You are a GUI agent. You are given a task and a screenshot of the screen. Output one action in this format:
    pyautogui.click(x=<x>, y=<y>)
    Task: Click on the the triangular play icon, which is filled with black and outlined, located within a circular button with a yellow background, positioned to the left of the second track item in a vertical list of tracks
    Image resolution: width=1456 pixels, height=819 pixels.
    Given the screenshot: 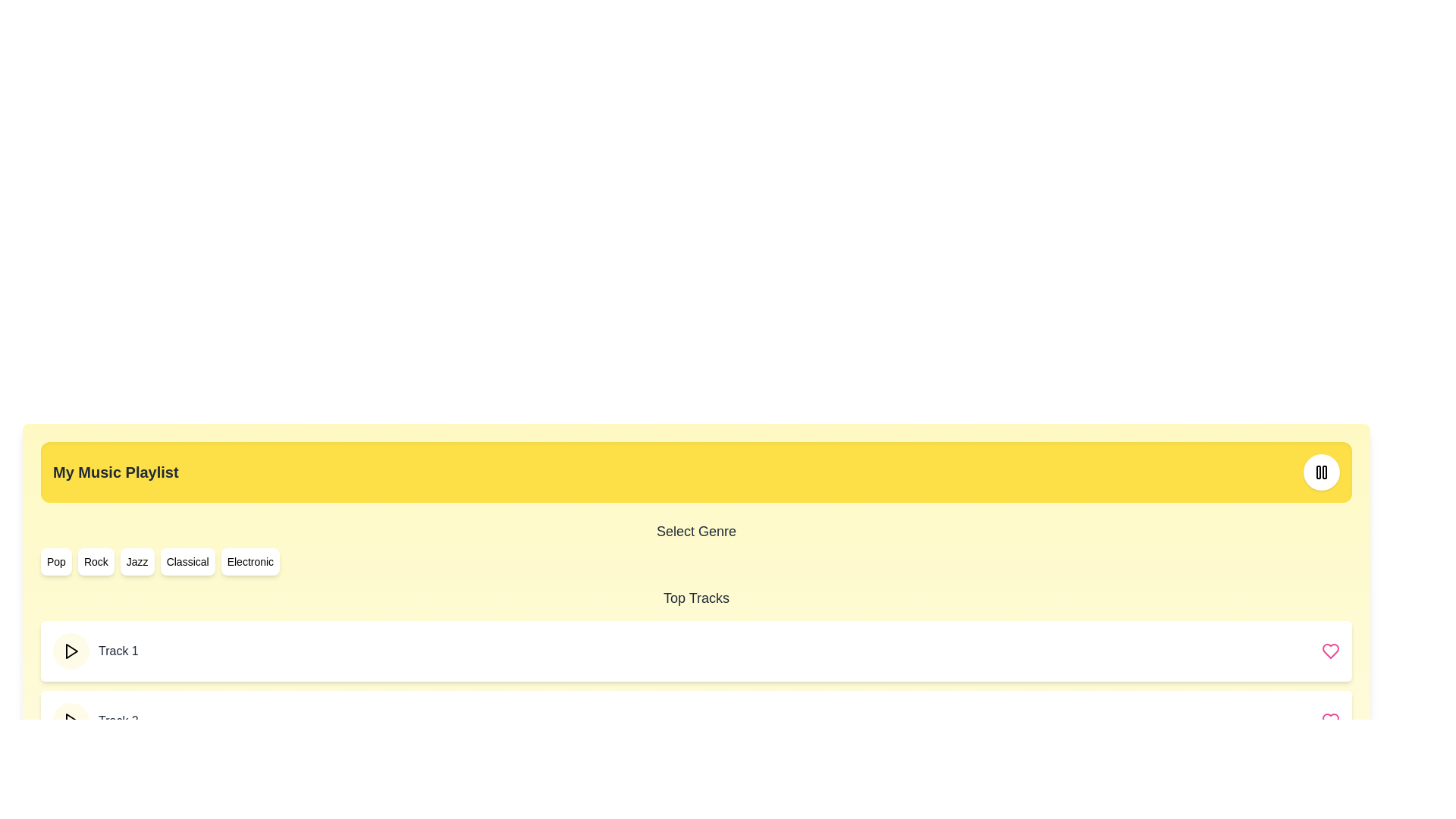 What is the action you would take?
    pyautogui.click(x=71, y=720)
    